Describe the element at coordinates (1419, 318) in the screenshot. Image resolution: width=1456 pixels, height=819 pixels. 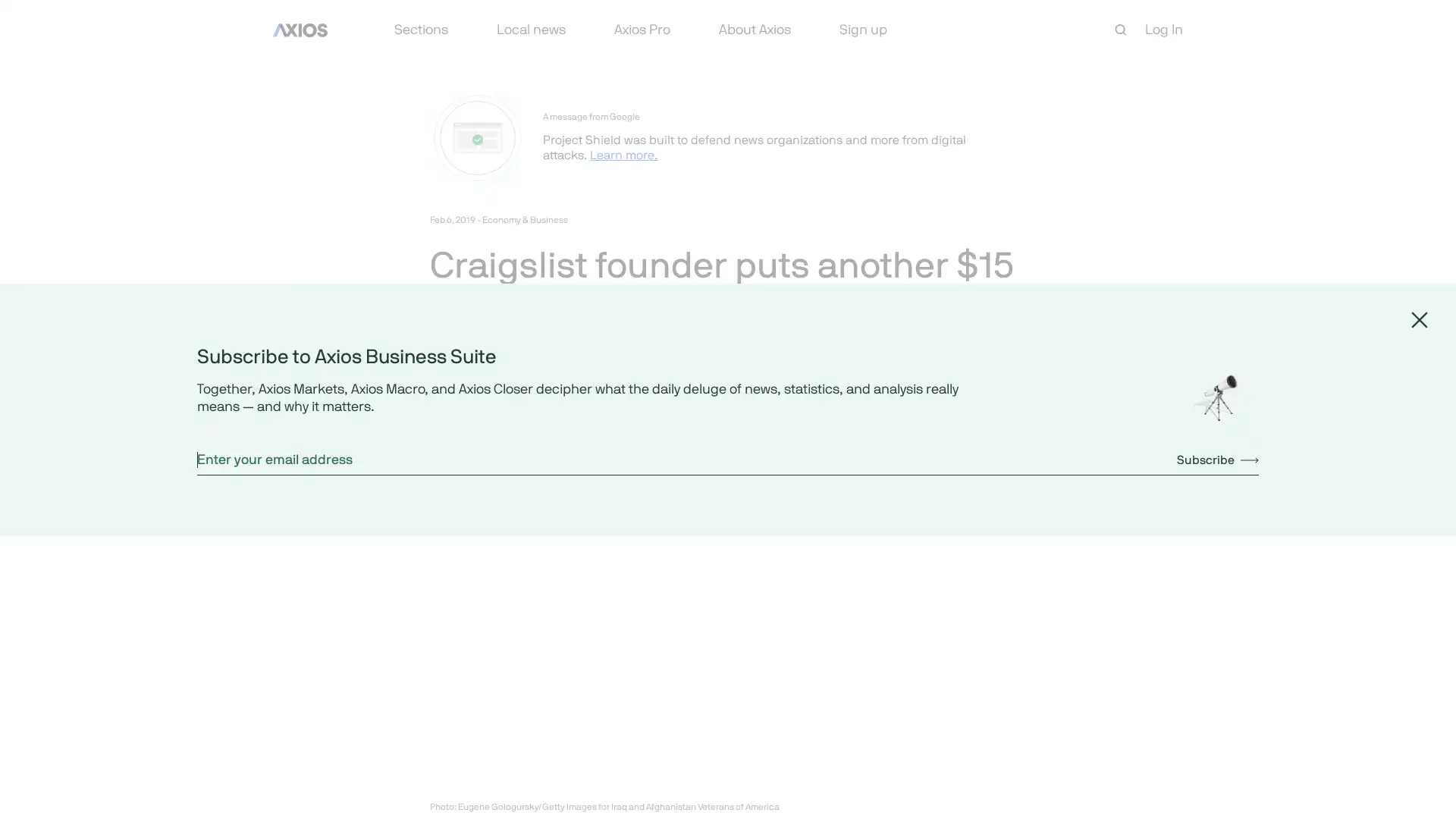
I see `close` at that location.